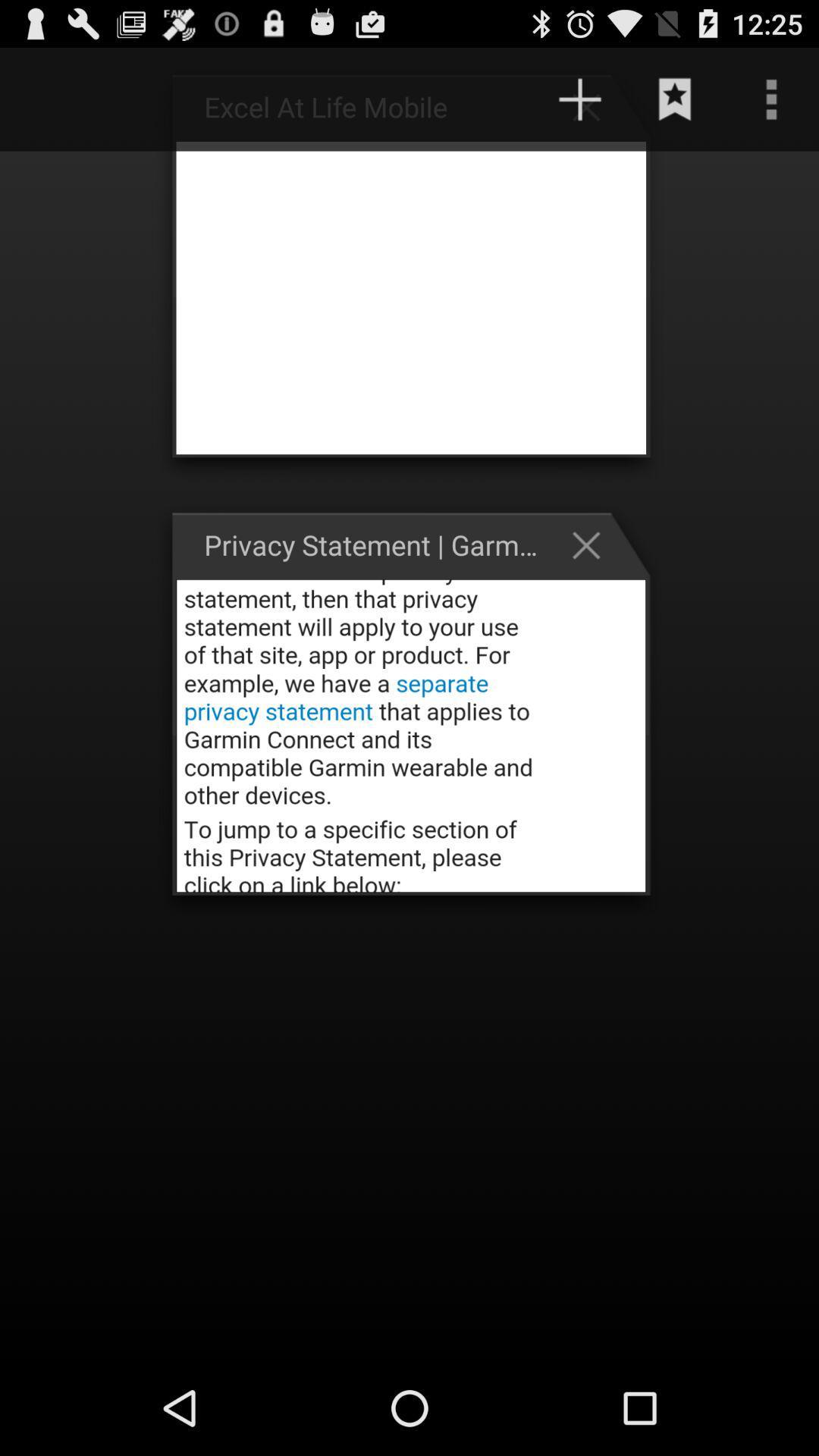 This screenshot has height=1456, width=819. I want to click on the add icon, so click(593, 113).